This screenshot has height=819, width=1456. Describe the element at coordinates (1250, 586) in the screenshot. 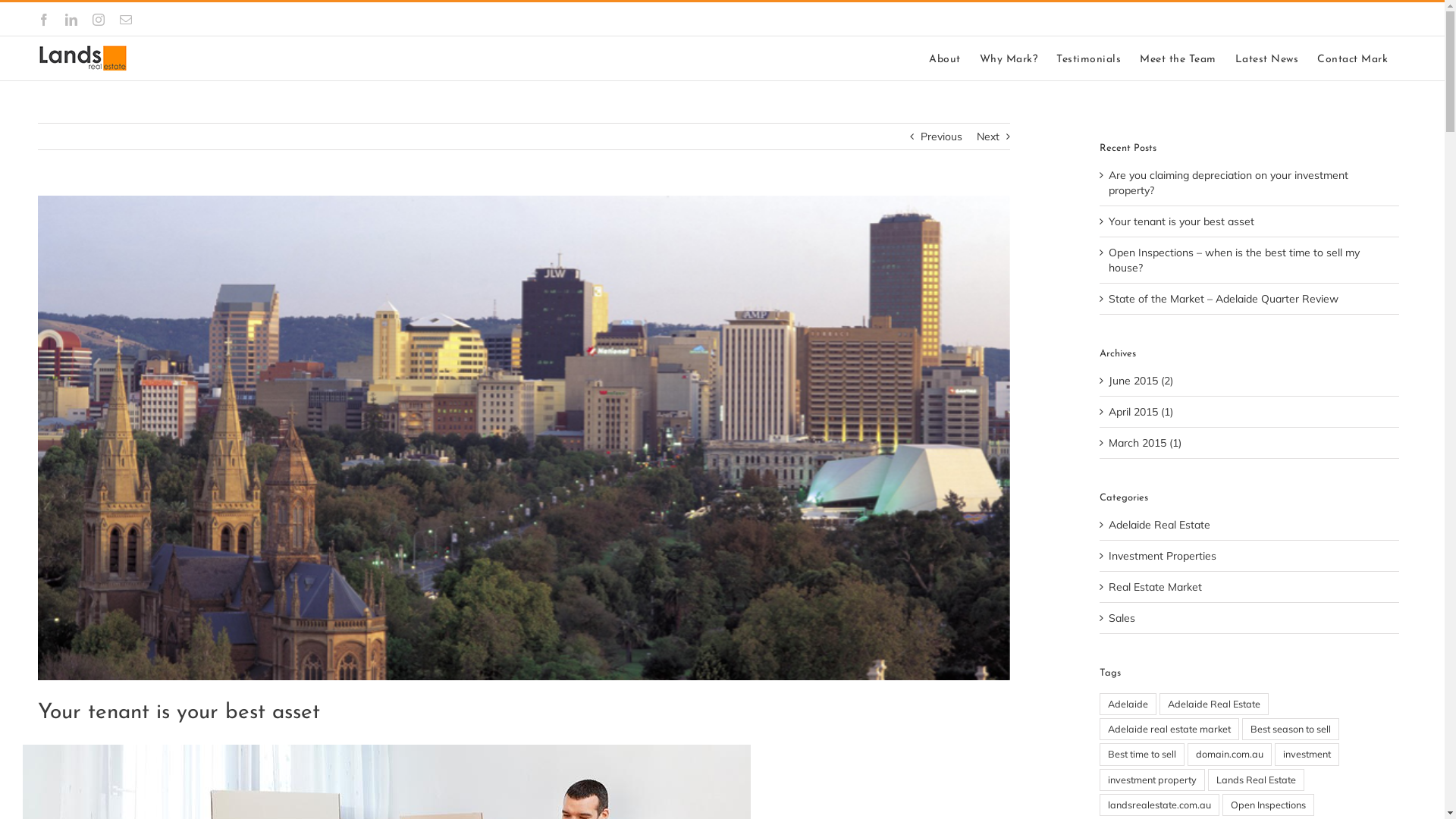

I see `'Real Estate Market'` at that location.